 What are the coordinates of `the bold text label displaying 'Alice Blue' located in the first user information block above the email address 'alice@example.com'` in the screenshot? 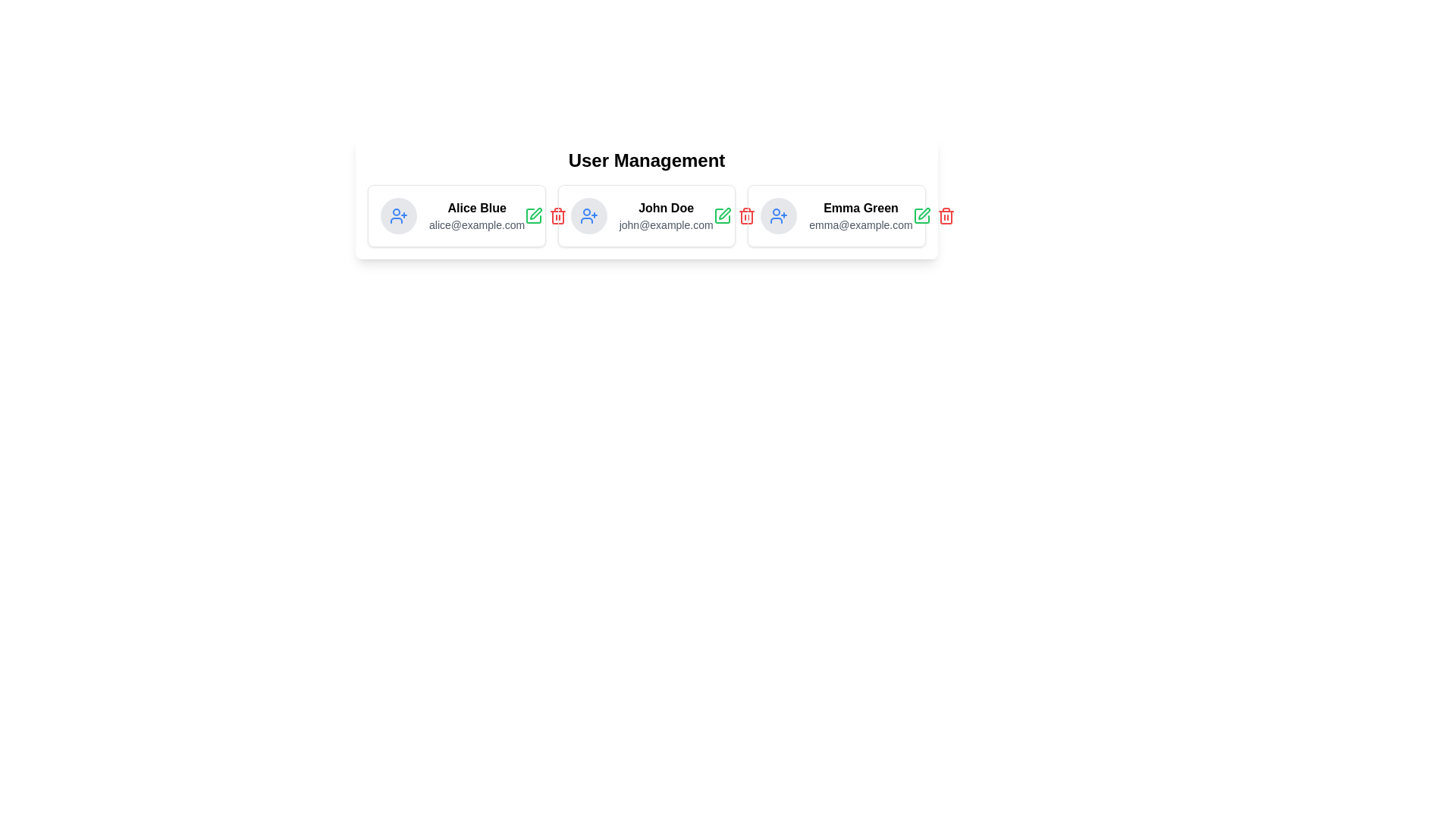 It's located at (476, 208).